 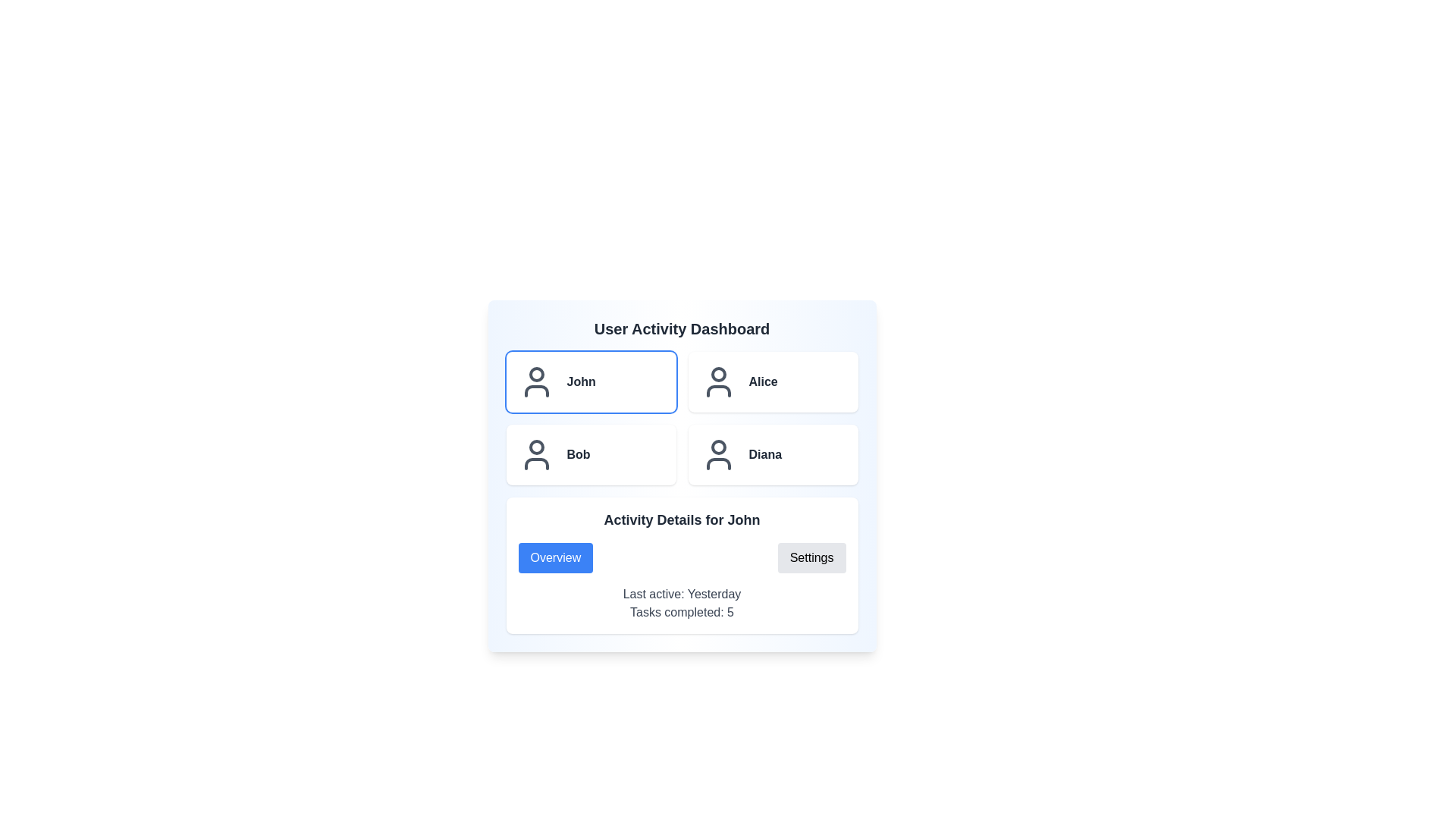 What do you see at coordinates (590, 454) in the screenshot?
I see `the user profile card labeled 'Bob' using keyboard navigation` at bounding box center [590, 454].